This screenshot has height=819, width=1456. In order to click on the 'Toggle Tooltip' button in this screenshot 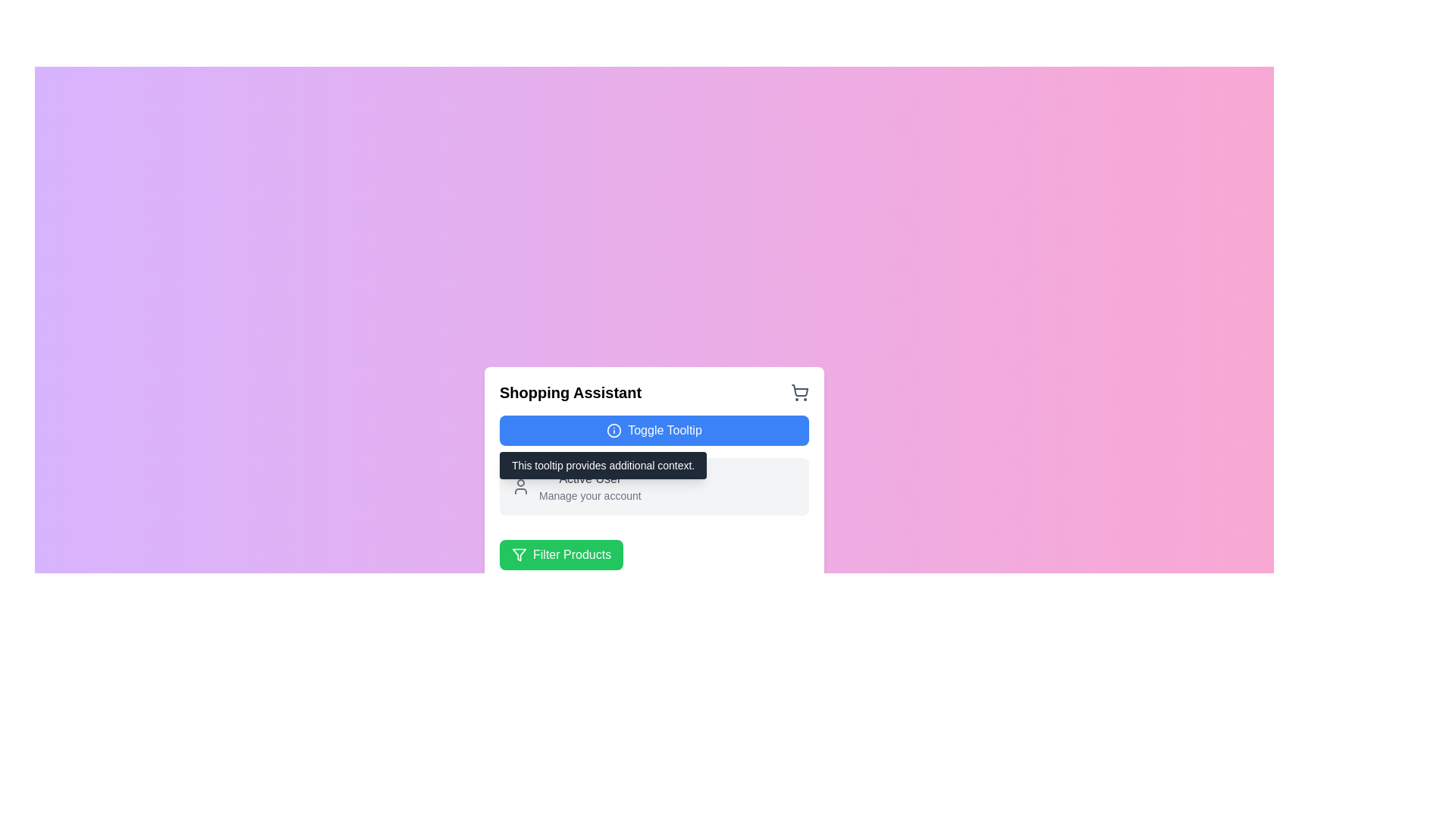, I will do `click(614, 430)`.